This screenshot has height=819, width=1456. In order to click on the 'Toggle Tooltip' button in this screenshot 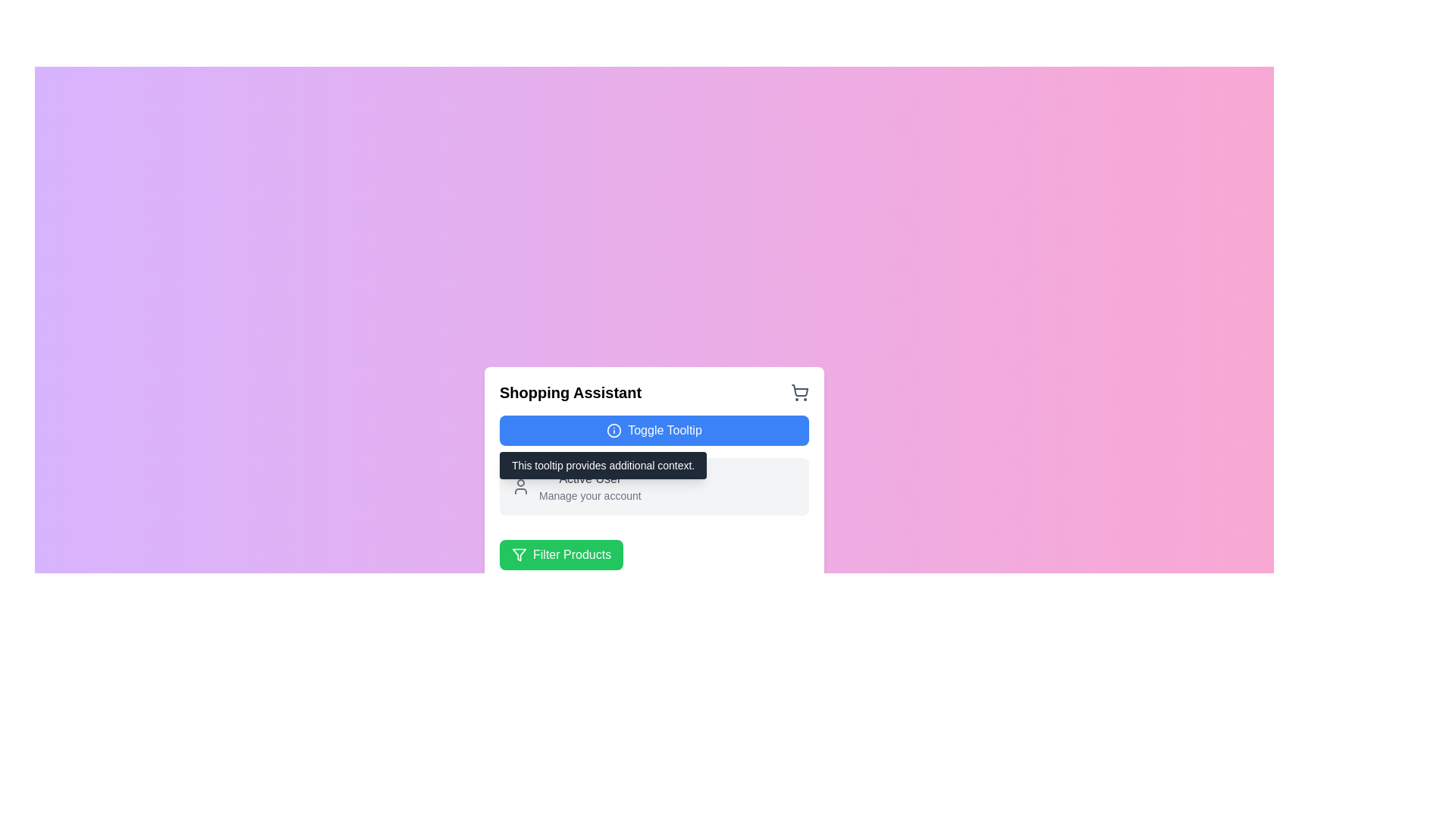, I will do `click(614, 430)`.